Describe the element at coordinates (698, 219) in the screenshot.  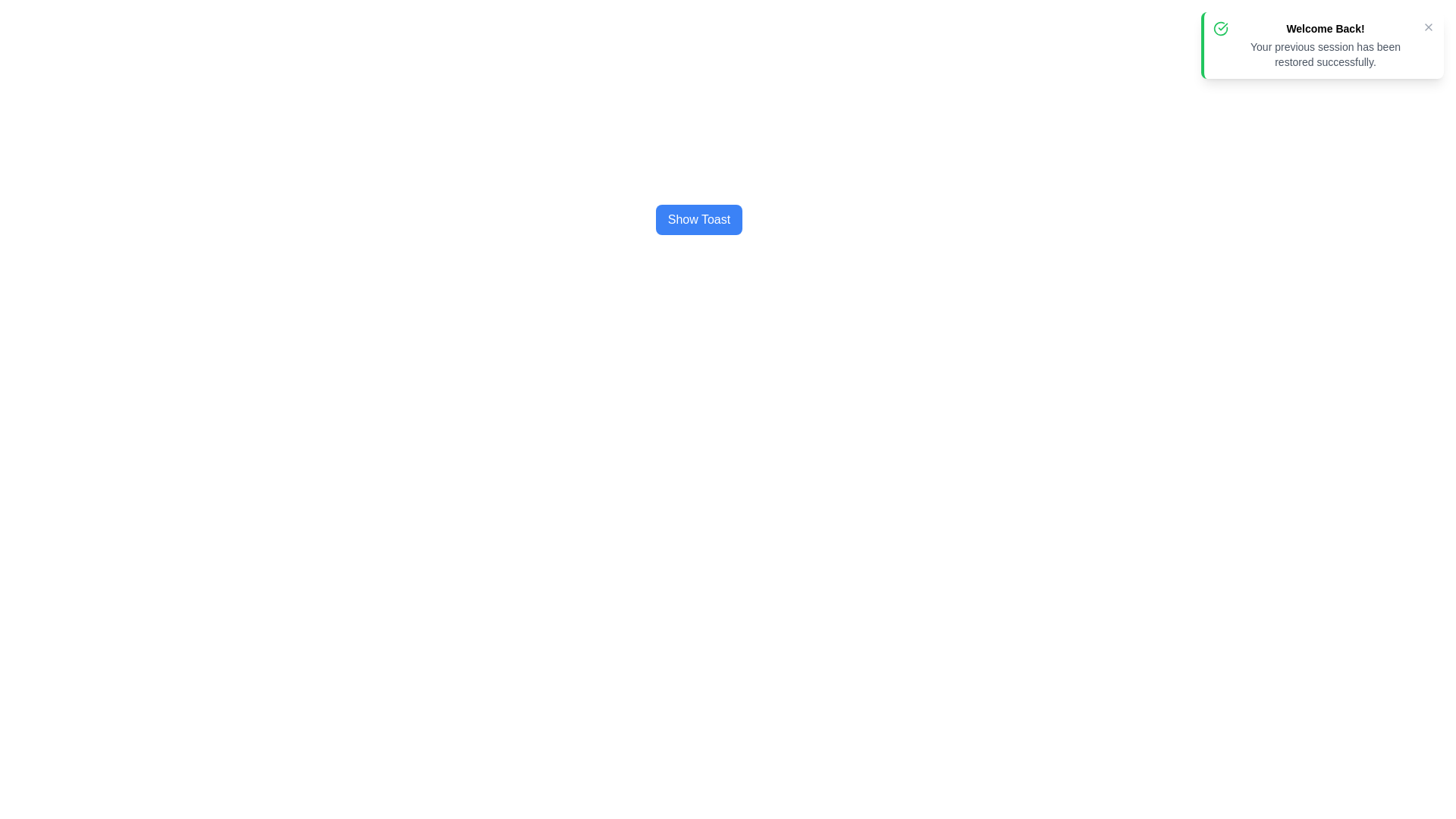
I see `the button that triggers the display of a toast notification` at that location.